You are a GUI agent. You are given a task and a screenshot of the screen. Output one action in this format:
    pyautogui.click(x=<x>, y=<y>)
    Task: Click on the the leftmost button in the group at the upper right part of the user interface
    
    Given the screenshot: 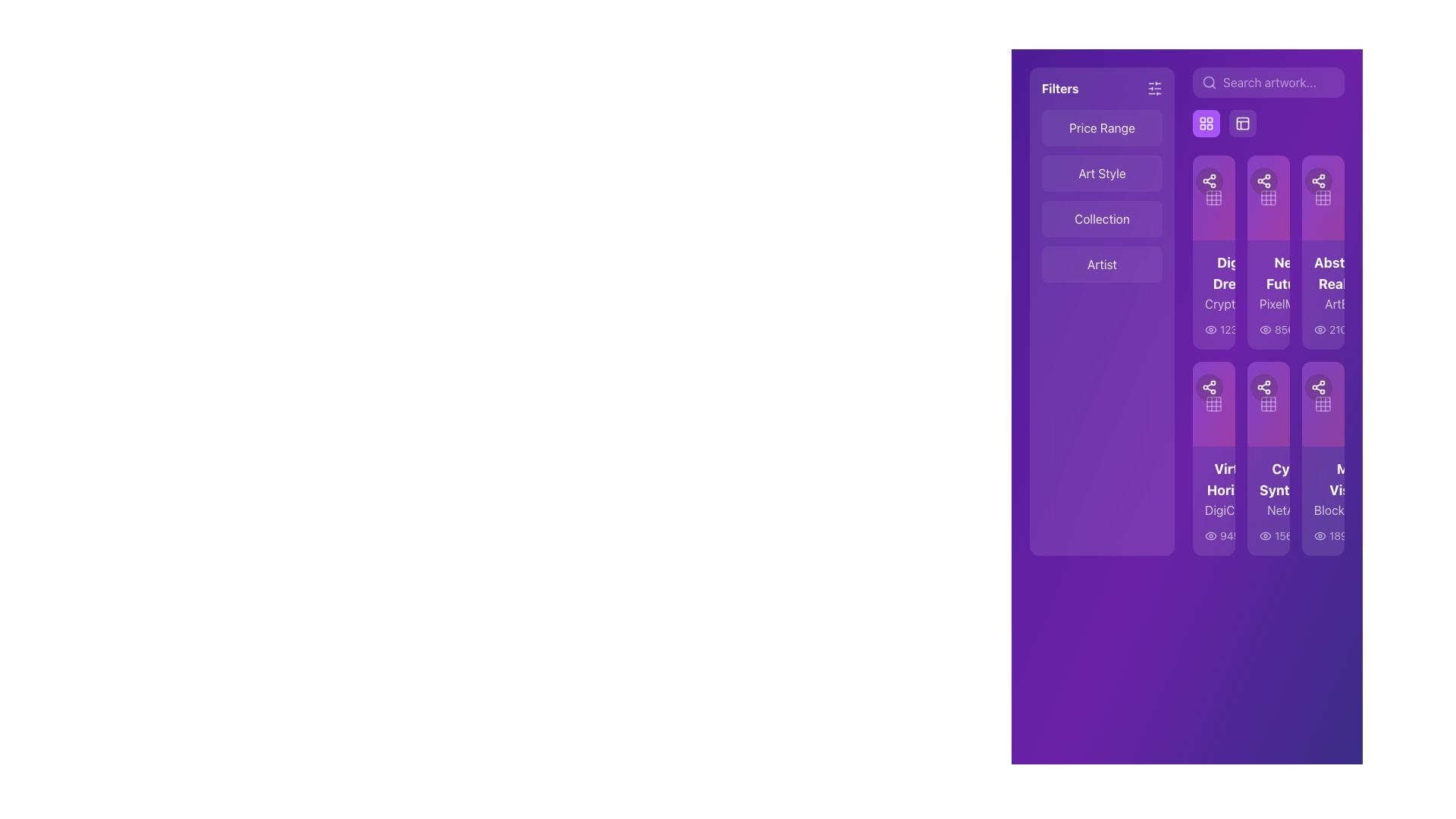 What is the action you would take?
    pyautogui.click(x=1224, y=122)
    